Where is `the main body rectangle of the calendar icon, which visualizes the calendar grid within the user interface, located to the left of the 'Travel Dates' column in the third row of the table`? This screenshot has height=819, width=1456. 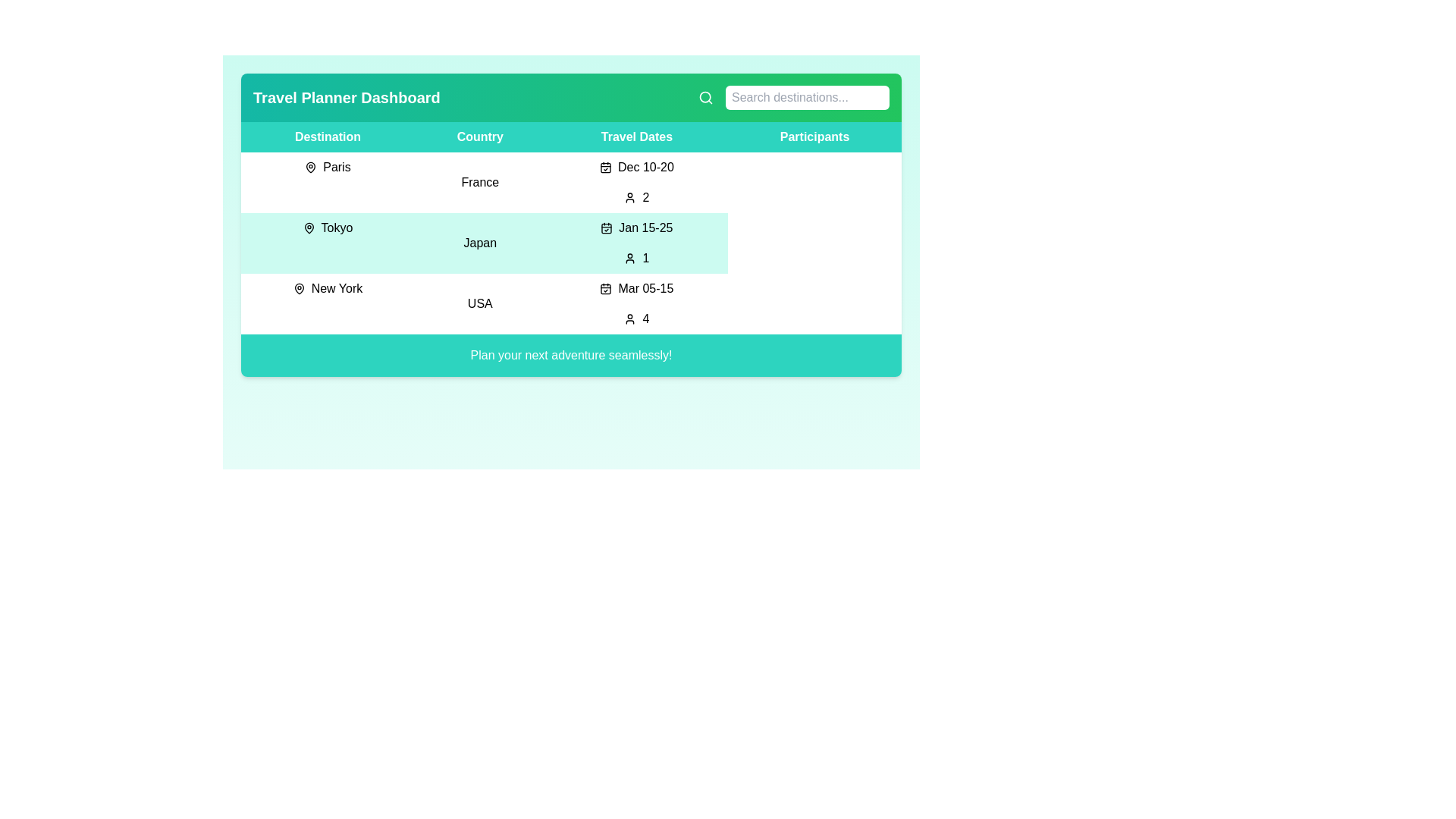 the main body rectangle of the calendar icon, which visualizes the calendar grid within the user interface, located to the left of the 'Travel Dates' column in the third row of the table is located at coordinates (605, 289).